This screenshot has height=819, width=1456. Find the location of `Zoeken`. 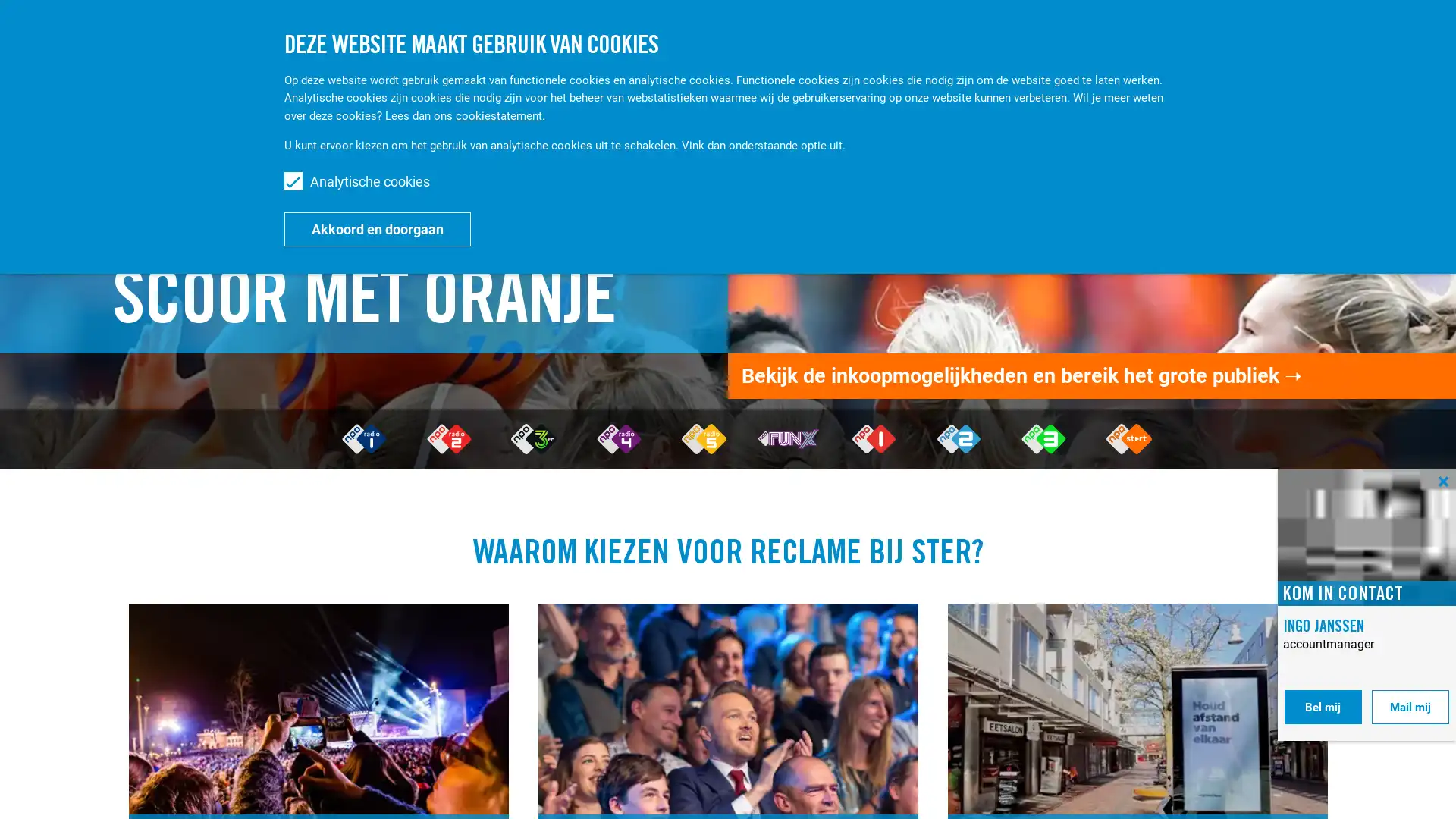

Zoeken is located at coordinates (1299, 36).